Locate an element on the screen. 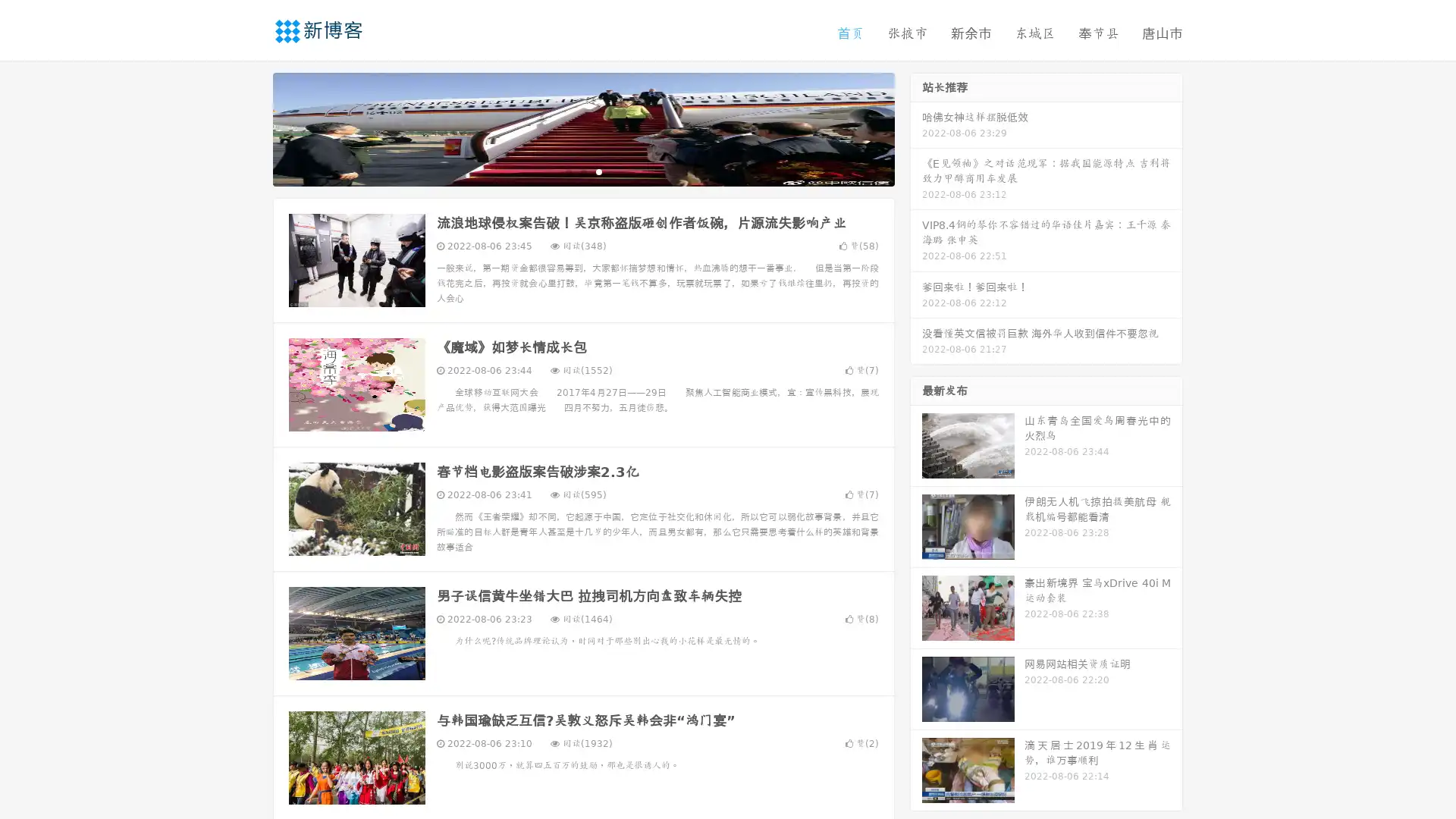  Previous slide is located at coordinates (250, 127).